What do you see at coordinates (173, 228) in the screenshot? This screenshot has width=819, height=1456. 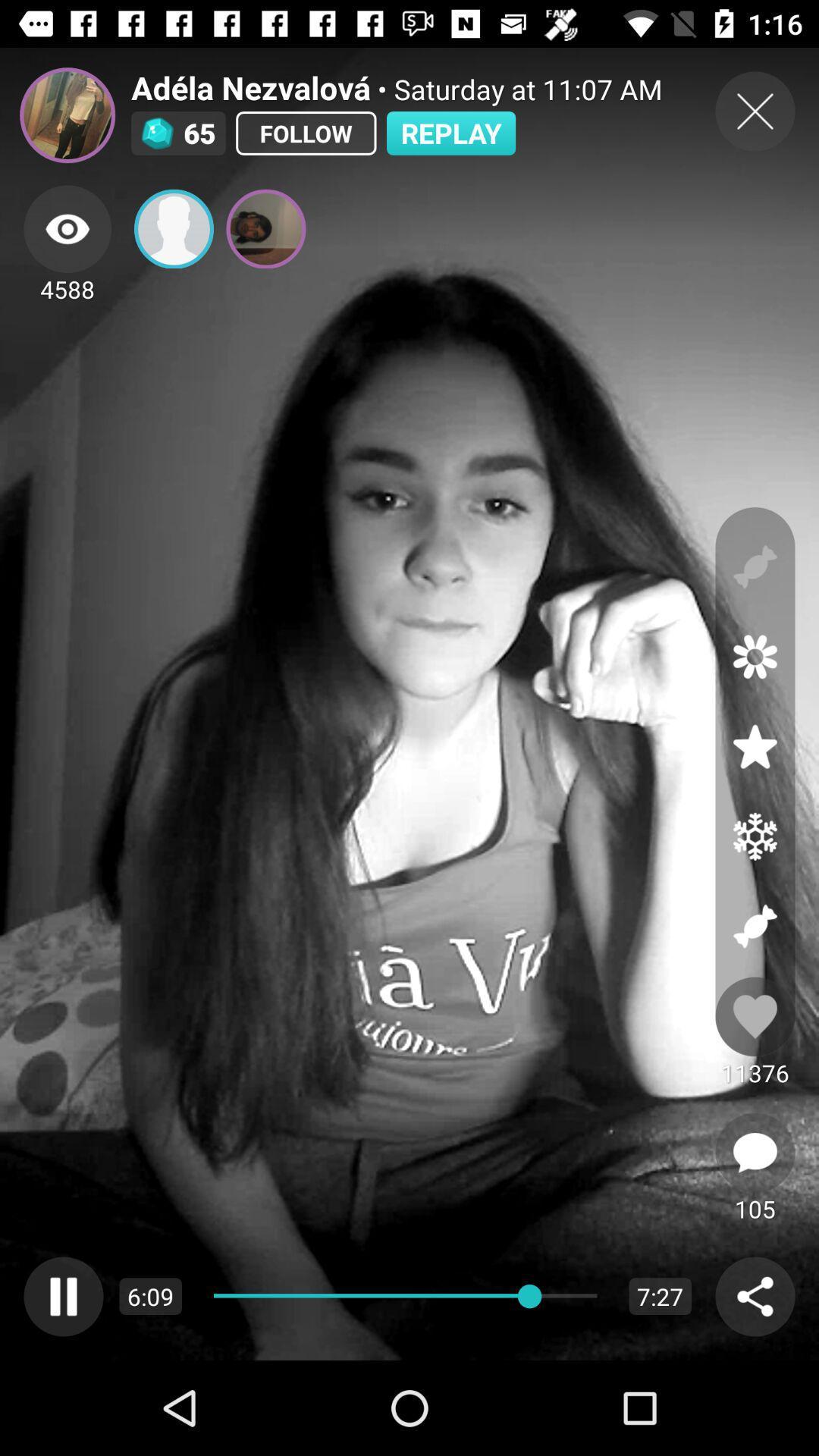 I see `share` at bounding box center [173, 228].